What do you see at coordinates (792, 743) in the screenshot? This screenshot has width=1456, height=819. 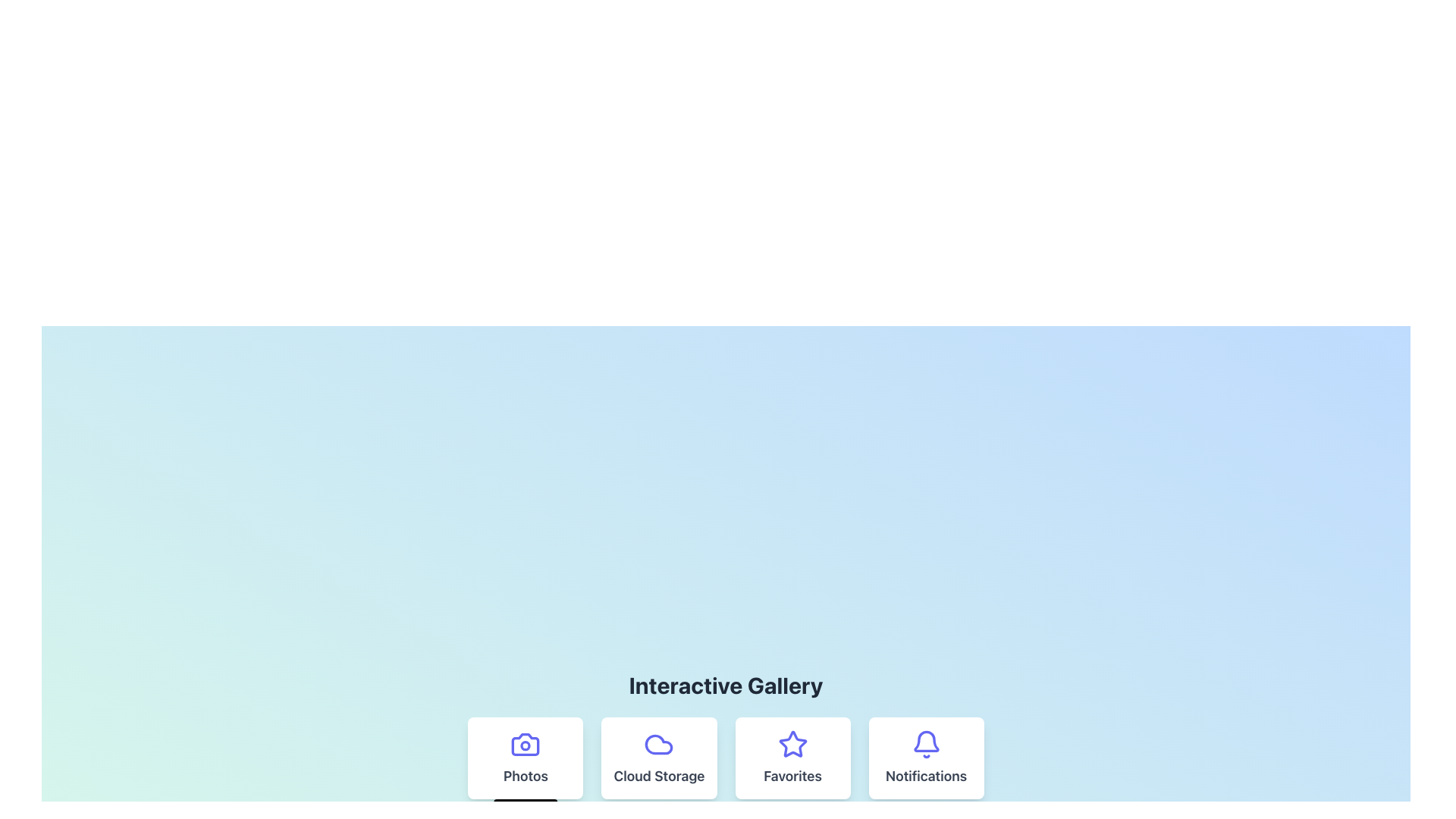 I see `the 'Favorites' icon located at the center of the bottom row of icons` at bounding box center [792, 743].